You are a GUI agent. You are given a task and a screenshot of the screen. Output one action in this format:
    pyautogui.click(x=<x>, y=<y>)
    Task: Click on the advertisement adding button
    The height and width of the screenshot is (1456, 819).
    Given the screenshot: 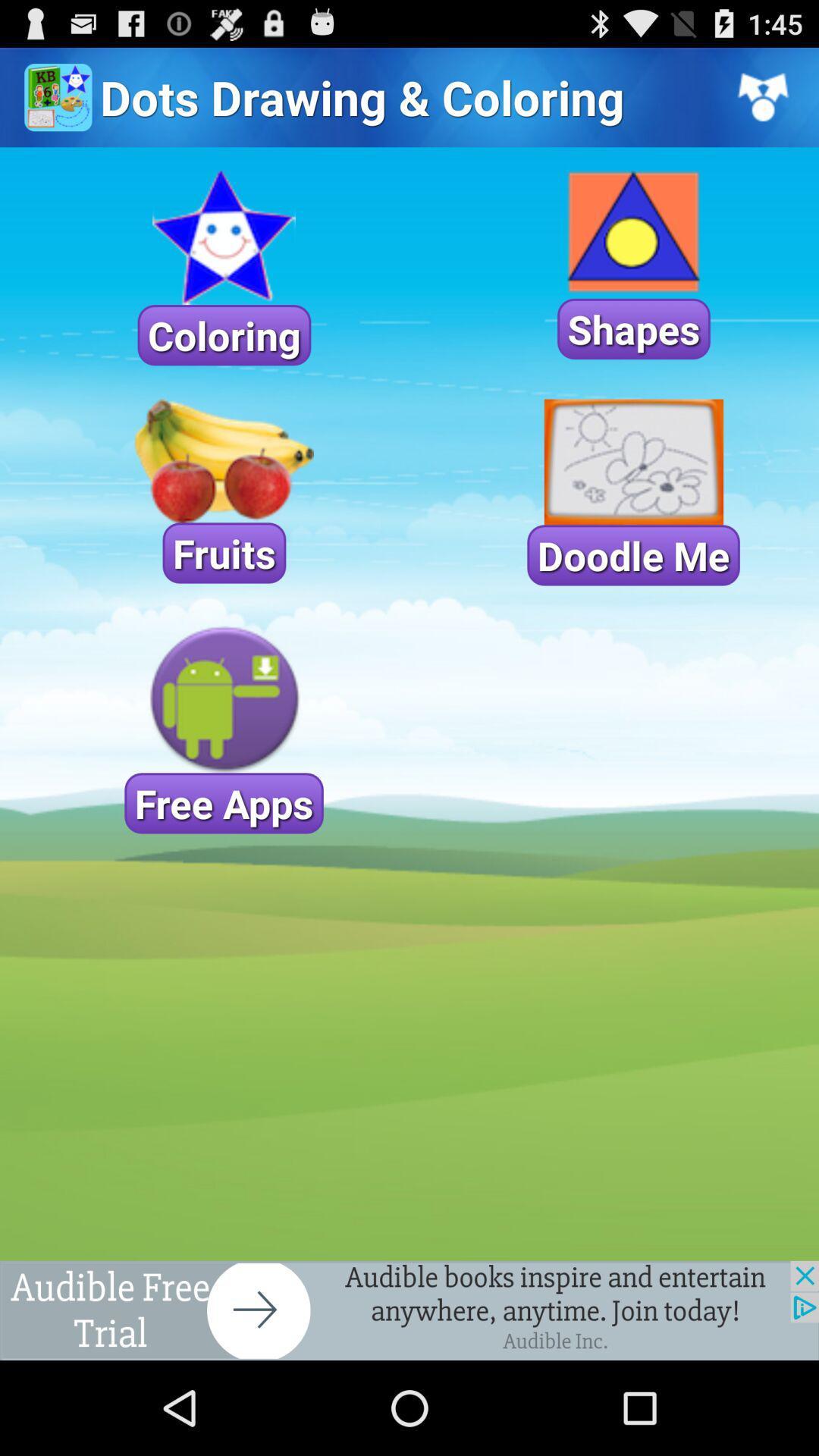 What is the action you would take?
    pyautogui.click(x=409, y=1310)
    